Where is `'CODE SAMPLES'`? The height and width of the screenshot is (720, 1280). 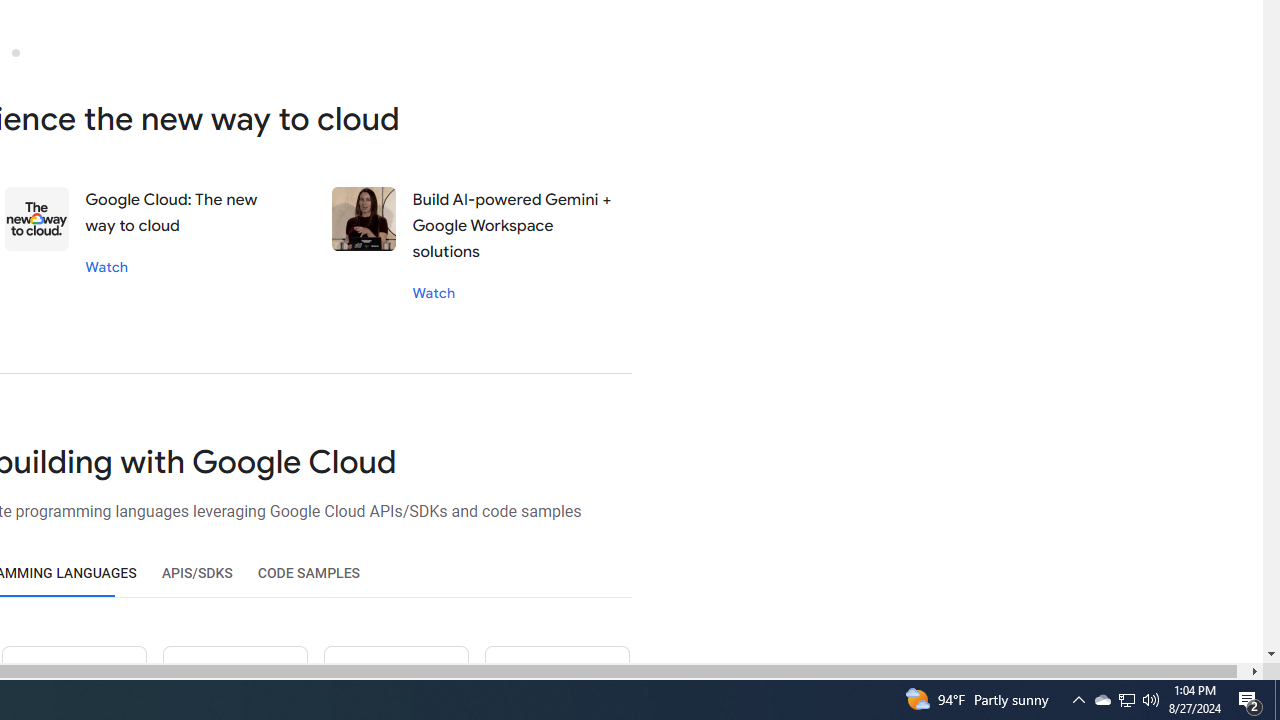 'CODE SAMPLES' is located at coordinates (308, 573).